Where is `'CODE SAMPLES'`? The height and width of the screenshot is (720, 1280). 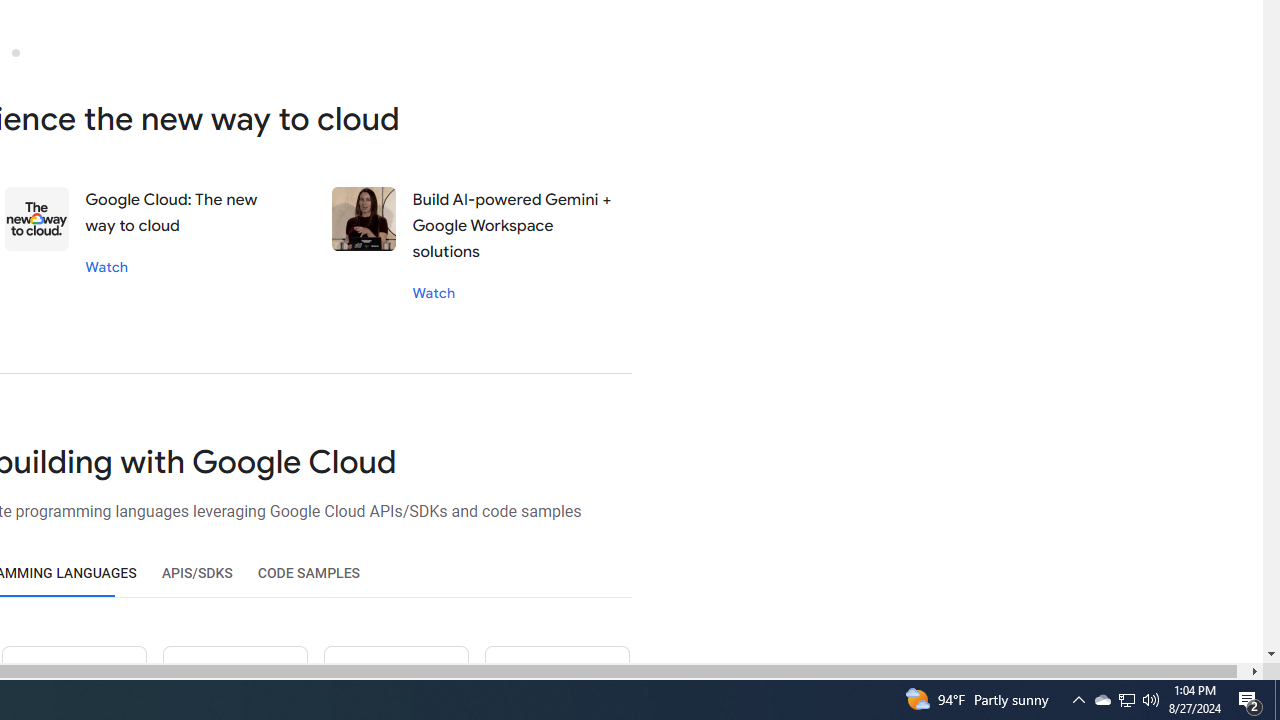 'CODE SAMPLES' is located at coordinates (308, 573).